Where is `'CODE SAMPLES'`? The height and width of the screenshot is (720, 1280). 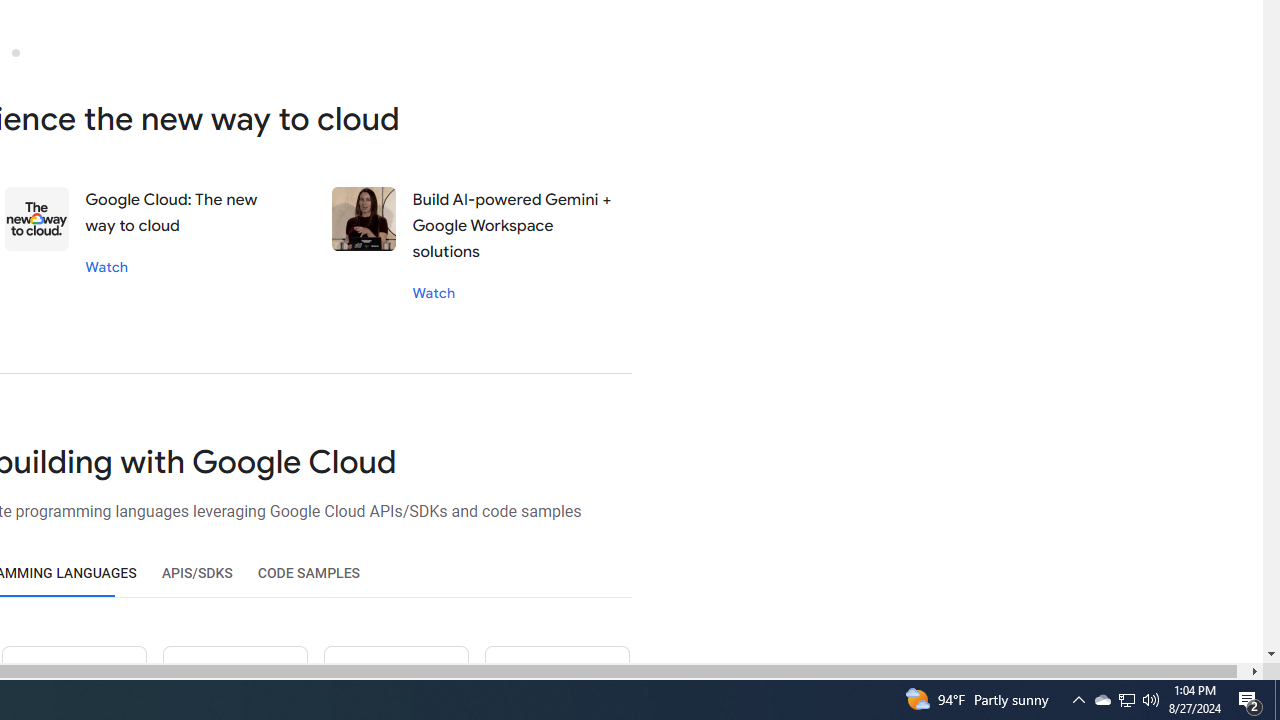 'CODE SAMPLES' is located at coordinates (308, 573).